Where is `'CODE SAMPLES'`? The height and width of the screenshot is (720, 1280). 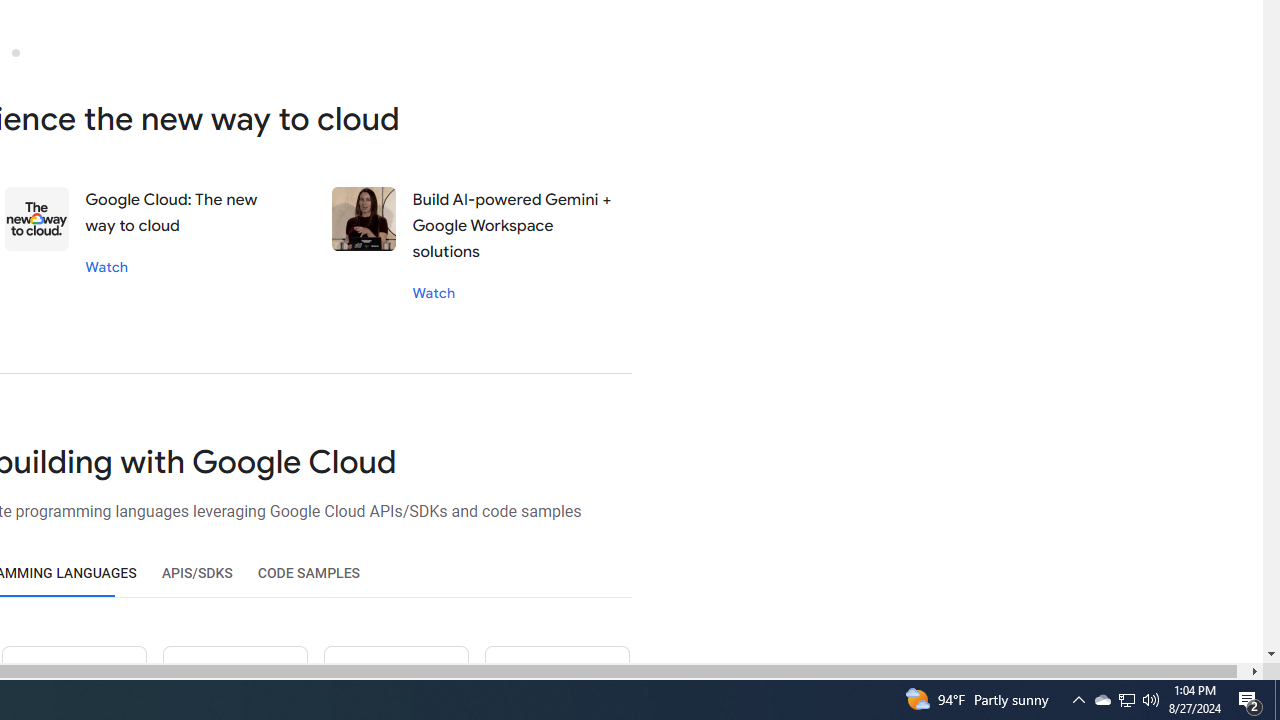 'CODE SAMPLES' is located at coordinates (308, 573).